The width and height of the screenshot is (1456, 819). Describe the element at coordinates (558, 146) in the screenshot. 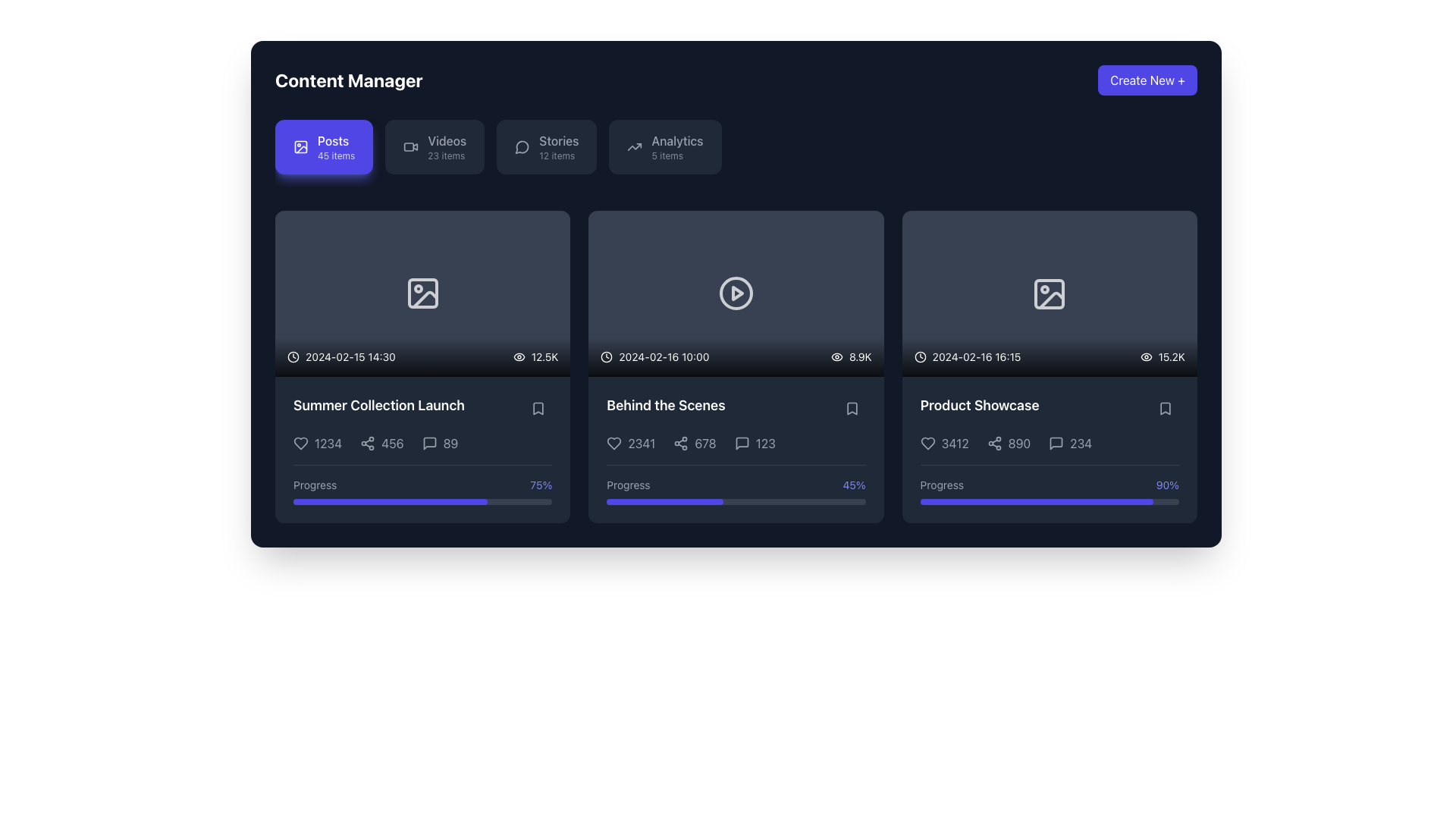

I see `the 'Stories' text-based link in the top navigation bar` at that location.